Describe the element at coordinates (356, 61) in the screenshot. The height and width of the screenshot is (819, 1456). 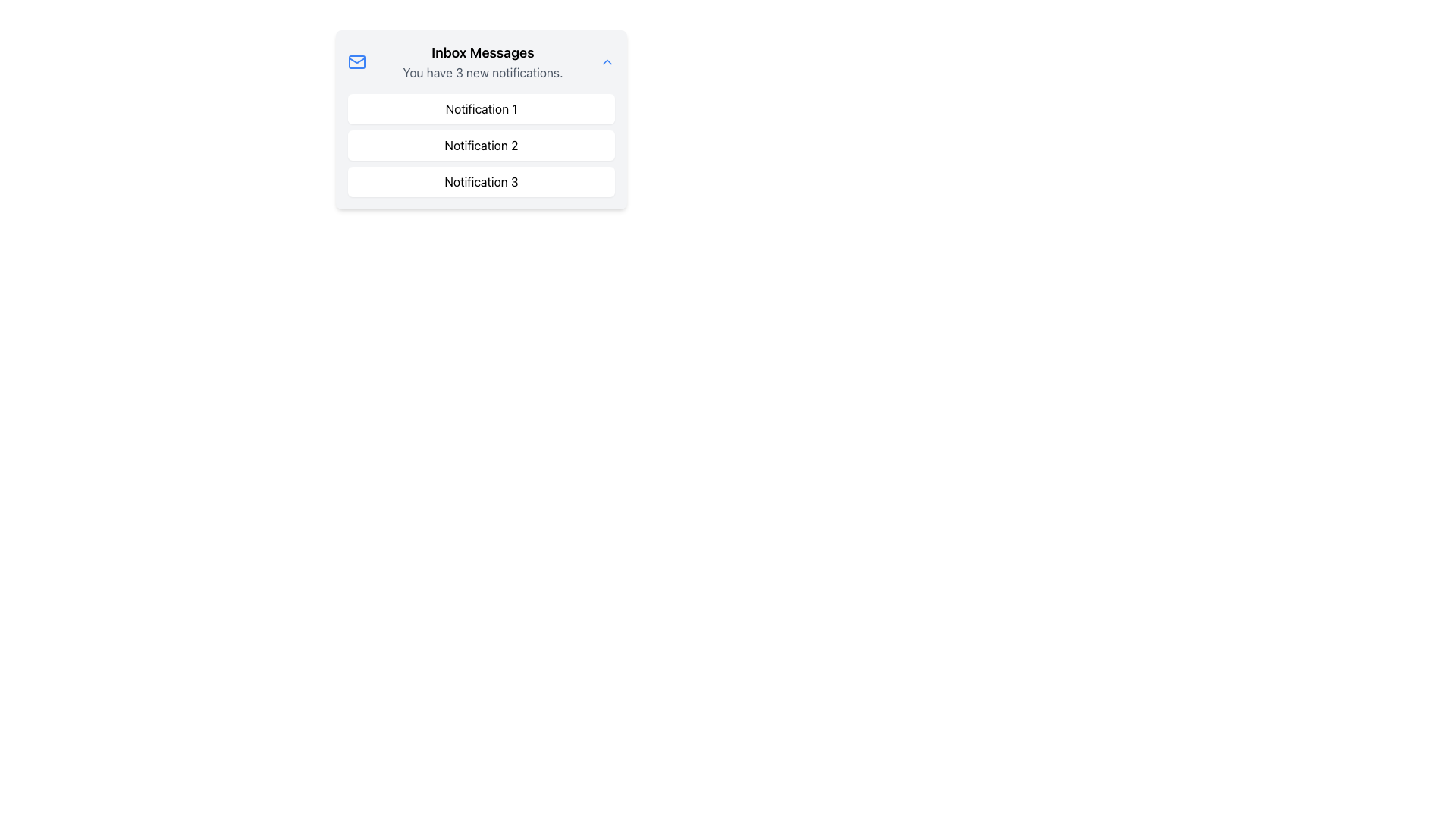
I see `the blue outlined mail icon located at the top-left corner of the 'Inbox Messages' section` at that location.